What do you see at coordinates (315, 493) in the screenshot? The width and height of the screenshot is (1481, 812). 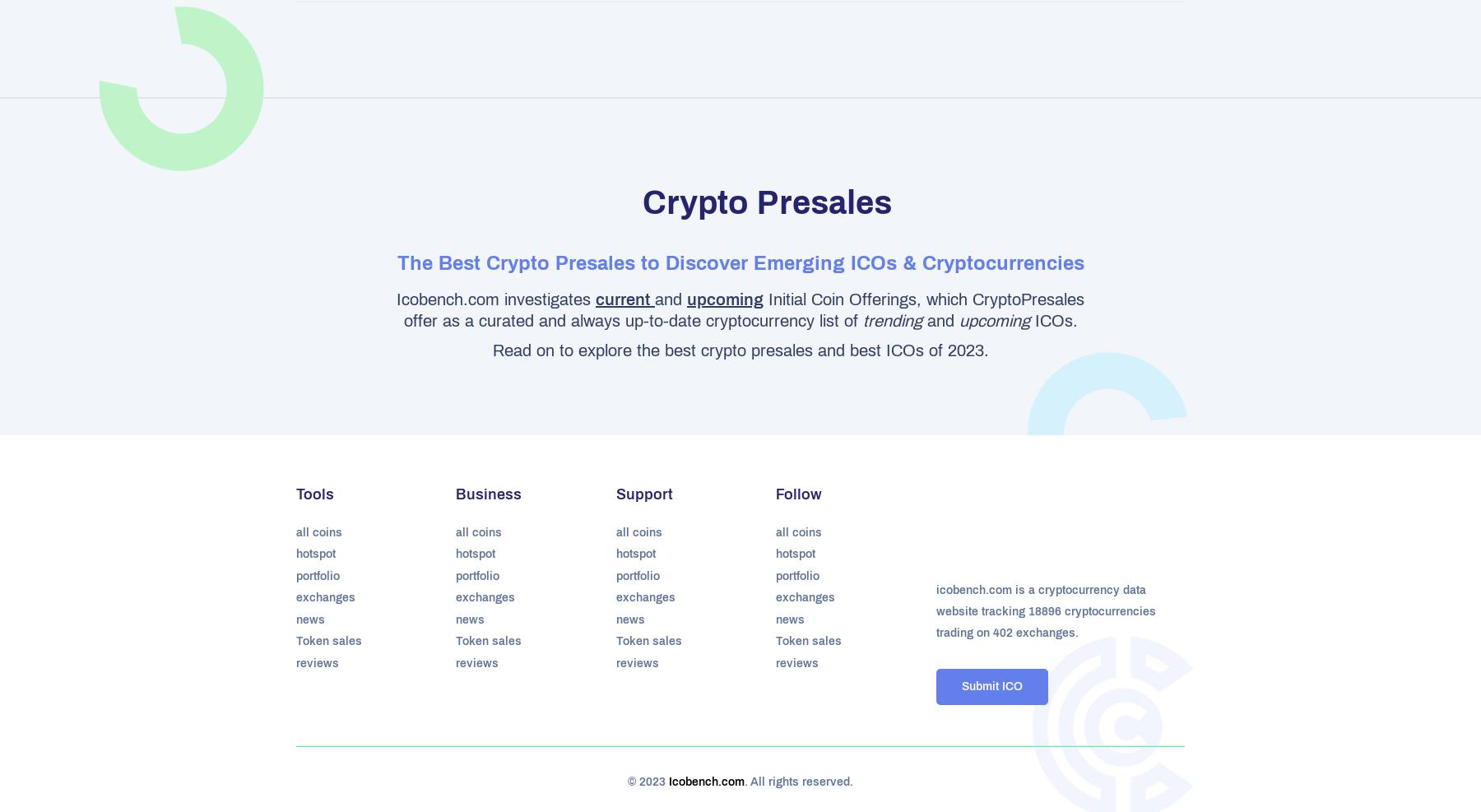 I see `'tools'` at bounding box center [315, 493].